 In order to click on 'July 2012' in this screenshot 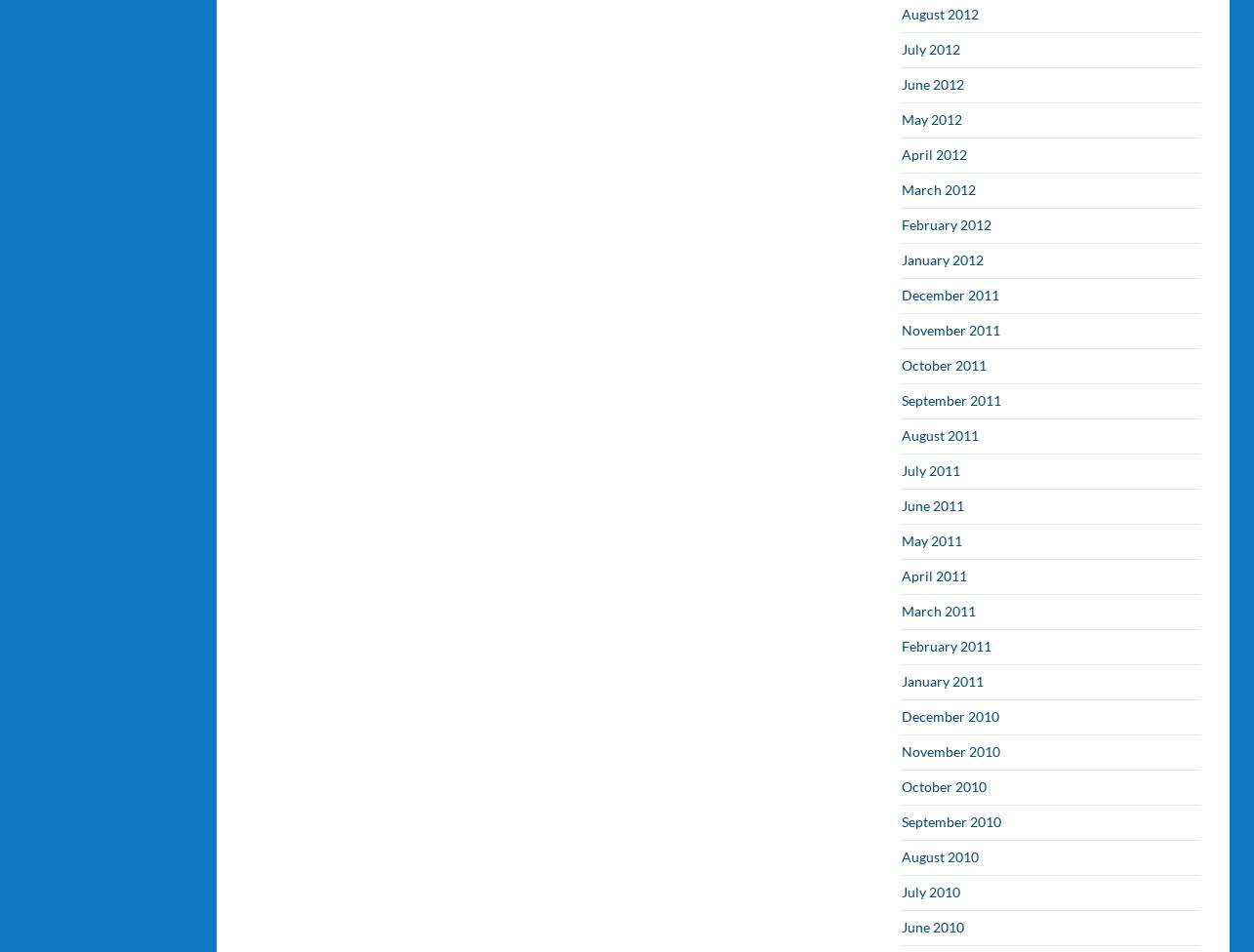, I will do `click(902, 49)`.